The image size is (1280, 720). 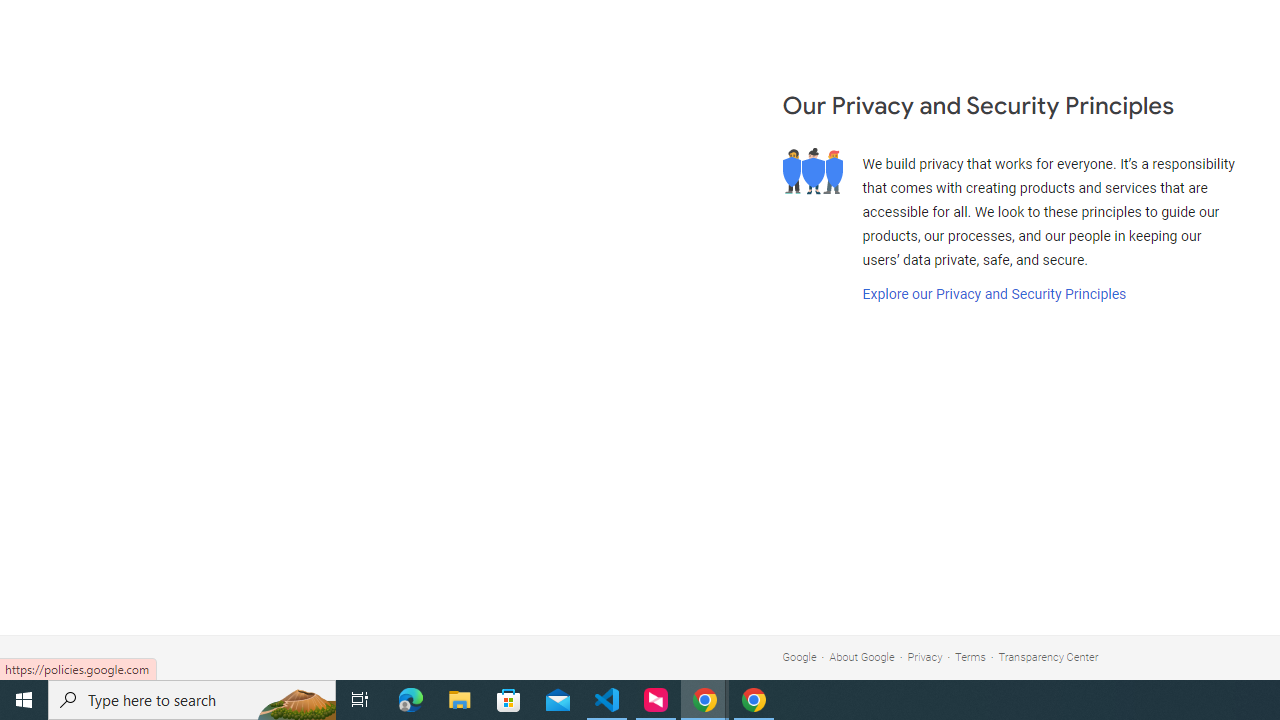 I want to click on 'Transparency Center', so click(x=1047, y=657).